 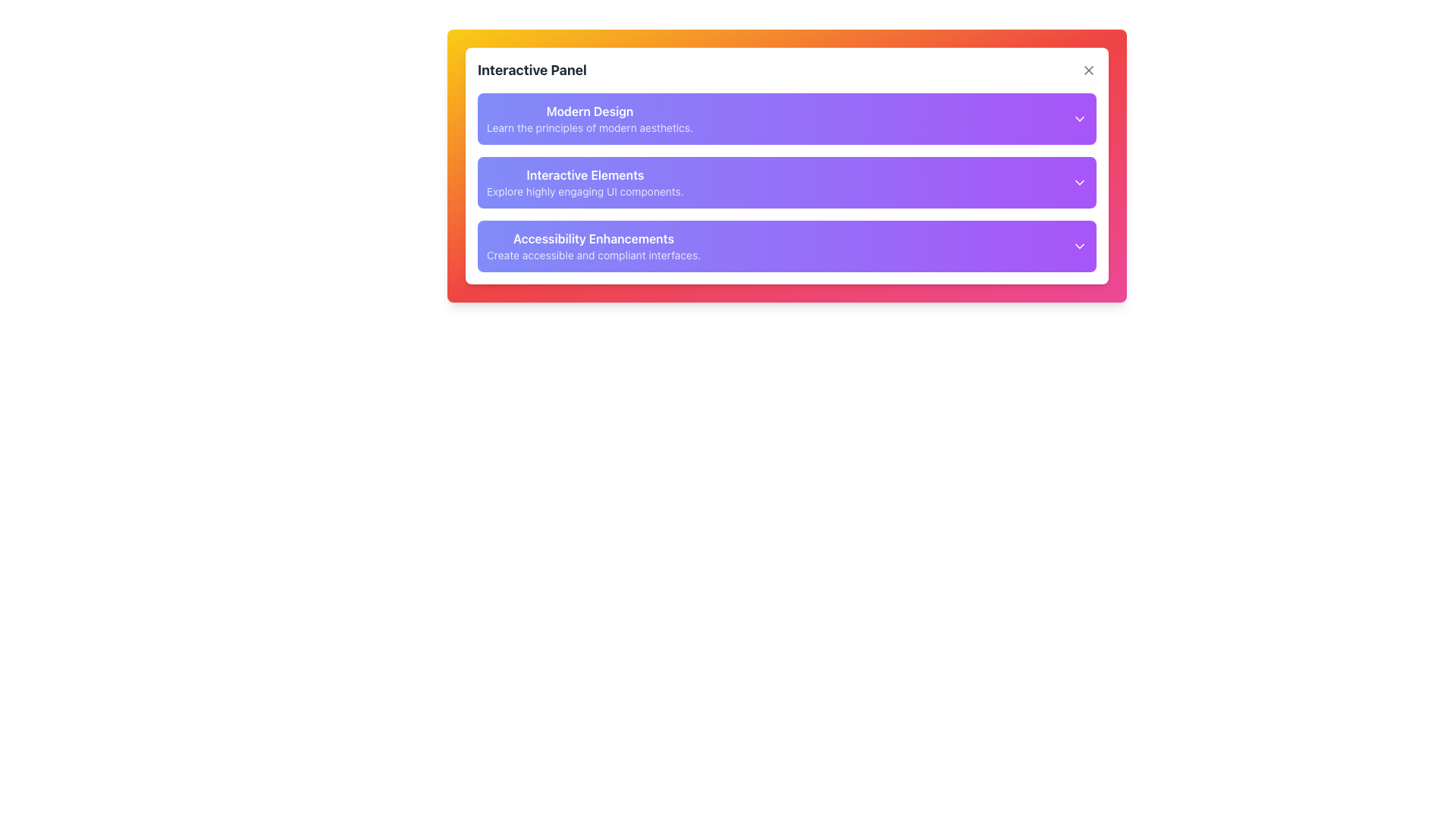 What do you see at coordinates (1079, 118) in the screenshot?
I see `the Dropdown indicator or toggle icon located at the far right end of the 'Modern Design' section` at bounding box center [1079, 118].